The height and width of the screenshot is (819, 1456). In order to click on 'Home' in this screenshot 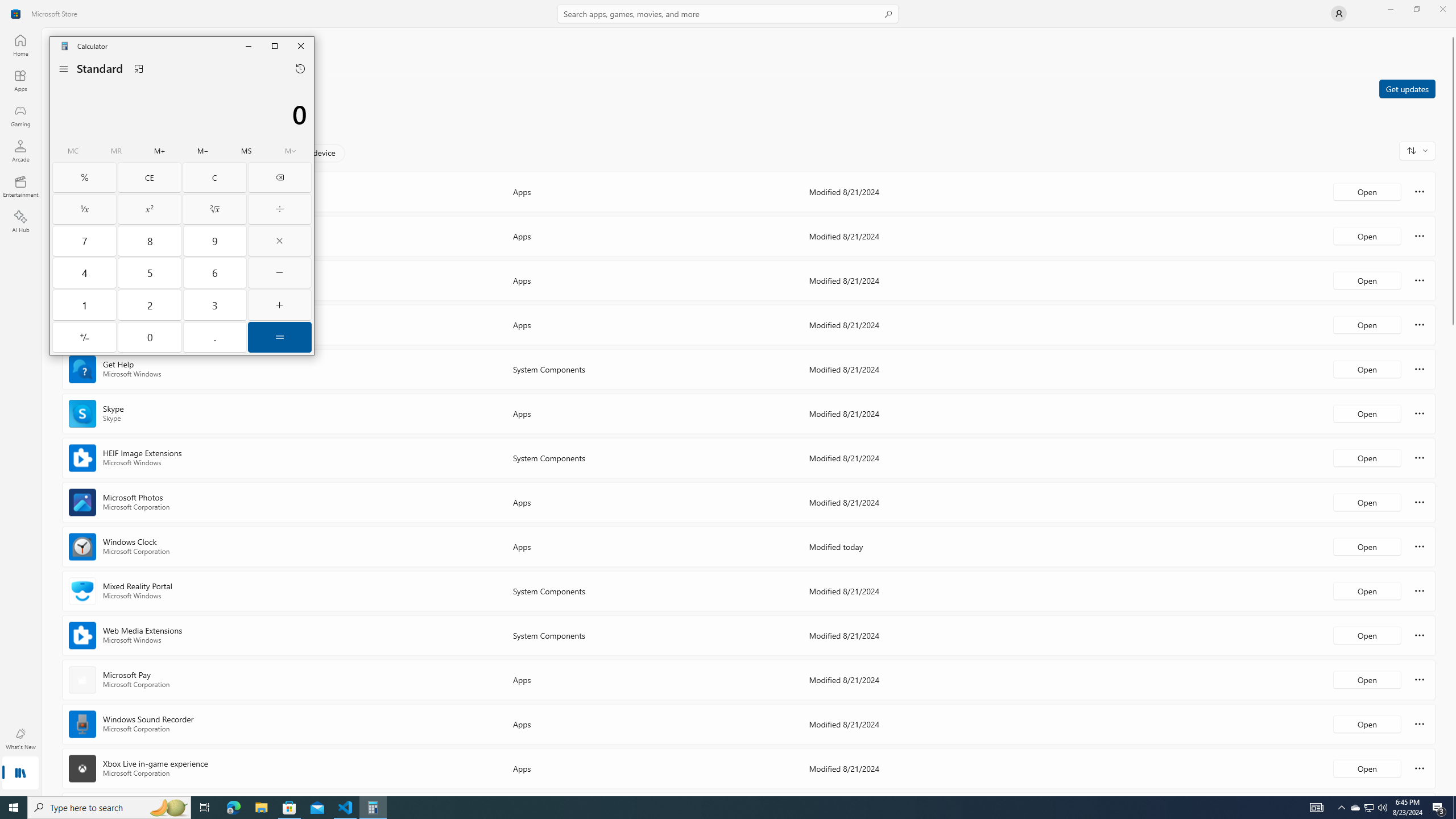, I will do `click(19, 44)`.